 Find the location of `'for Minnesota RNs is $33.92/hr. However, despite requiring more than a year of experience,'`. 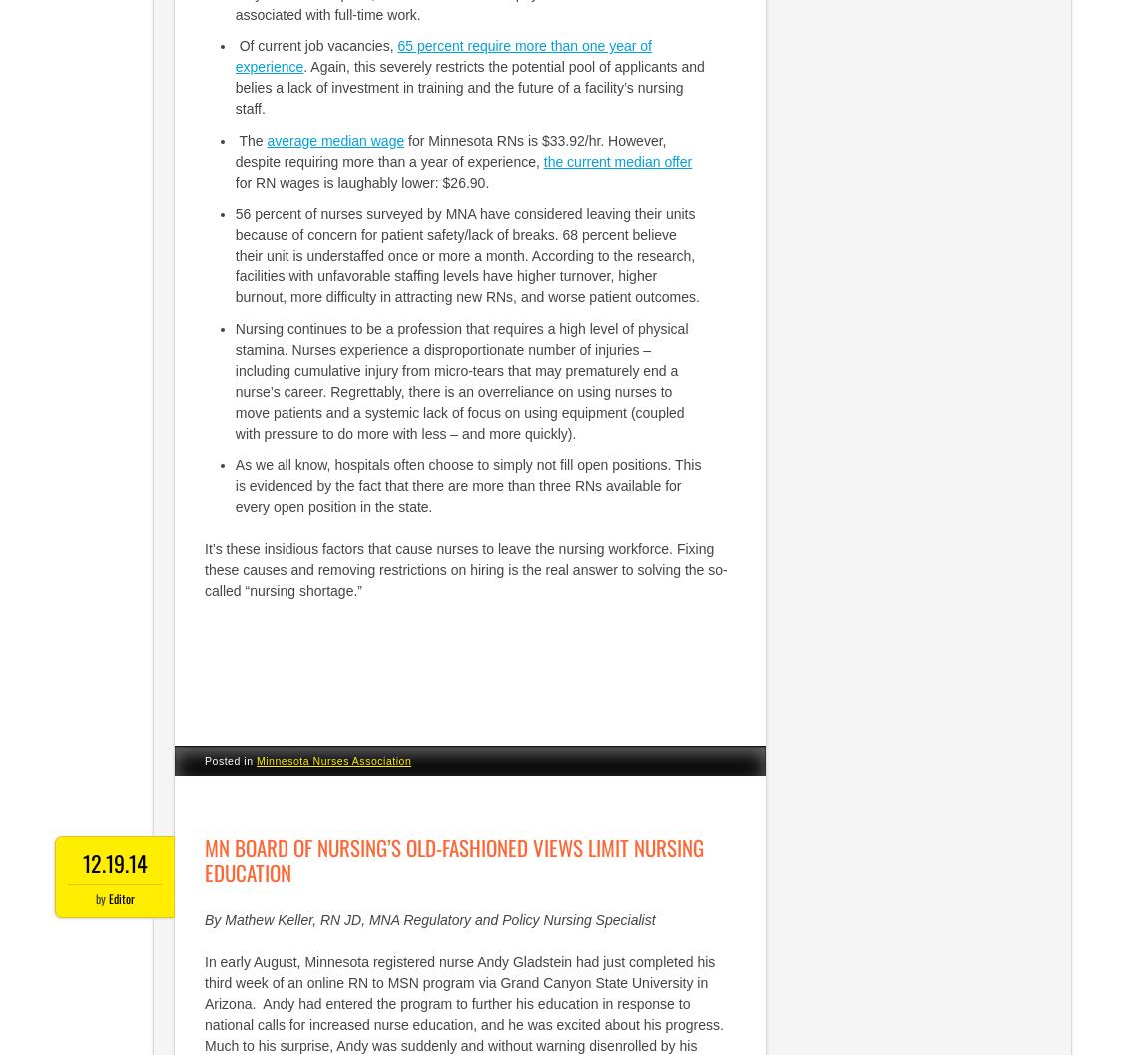

'for Minnesota RNs is $33.92/hr. However, despite requiring more than a year of experience,' is located at coordinates (450, 149).